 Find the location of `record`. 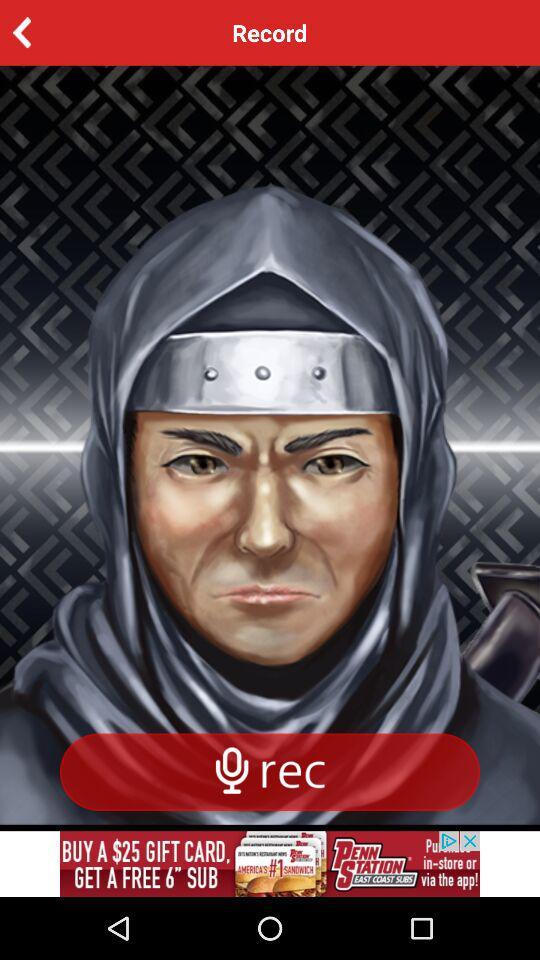

record is located at coordinates (52, 31).